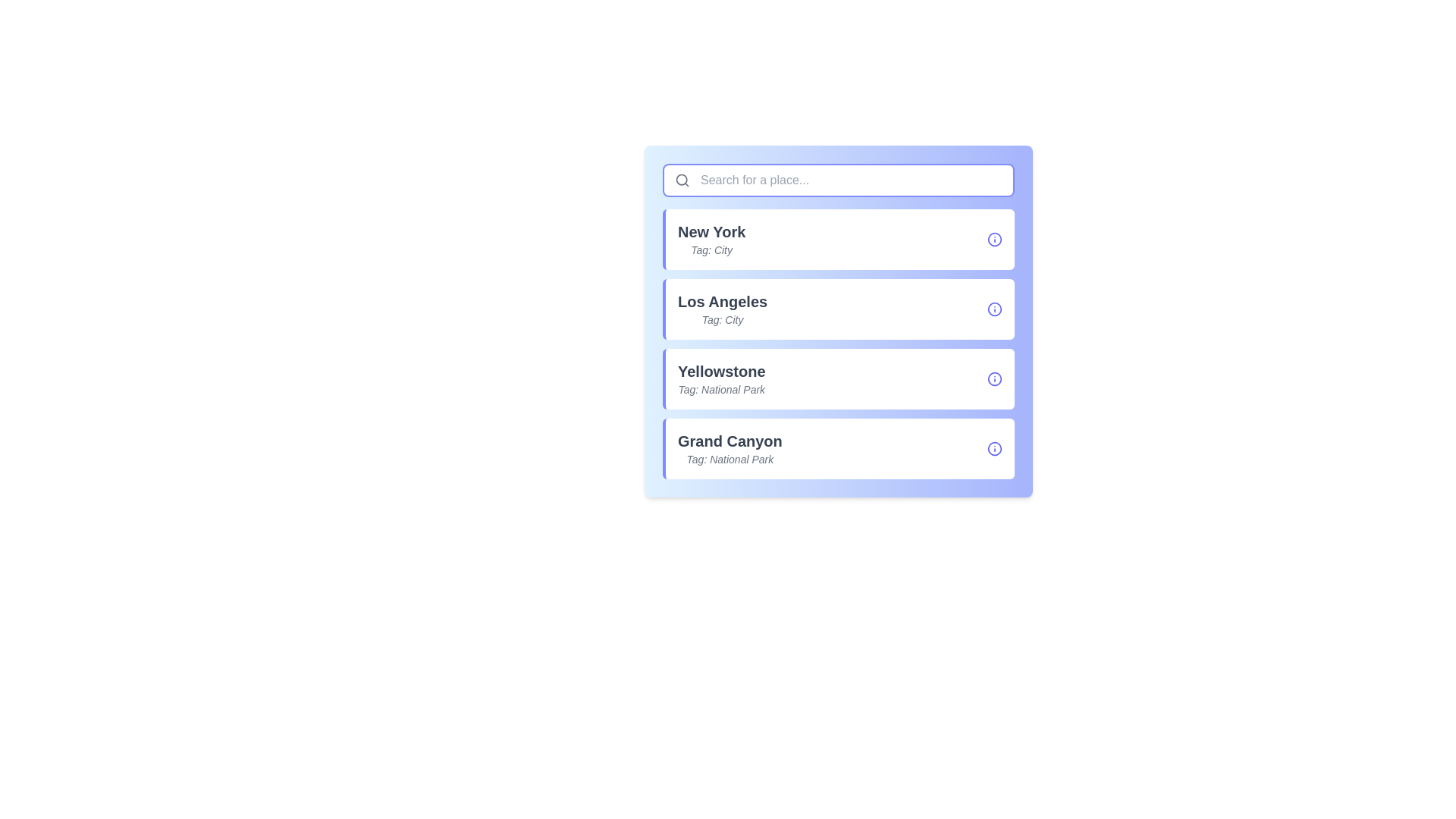  What do you see at coordinates (720, 388) in the screenshot?
I see `the static text label styled in a smaller font size, italicized, and colored gray, reading 'Tag: National Park', which is positioned below the bold title 'Yellowstone'` at bounding box center [720, 388].